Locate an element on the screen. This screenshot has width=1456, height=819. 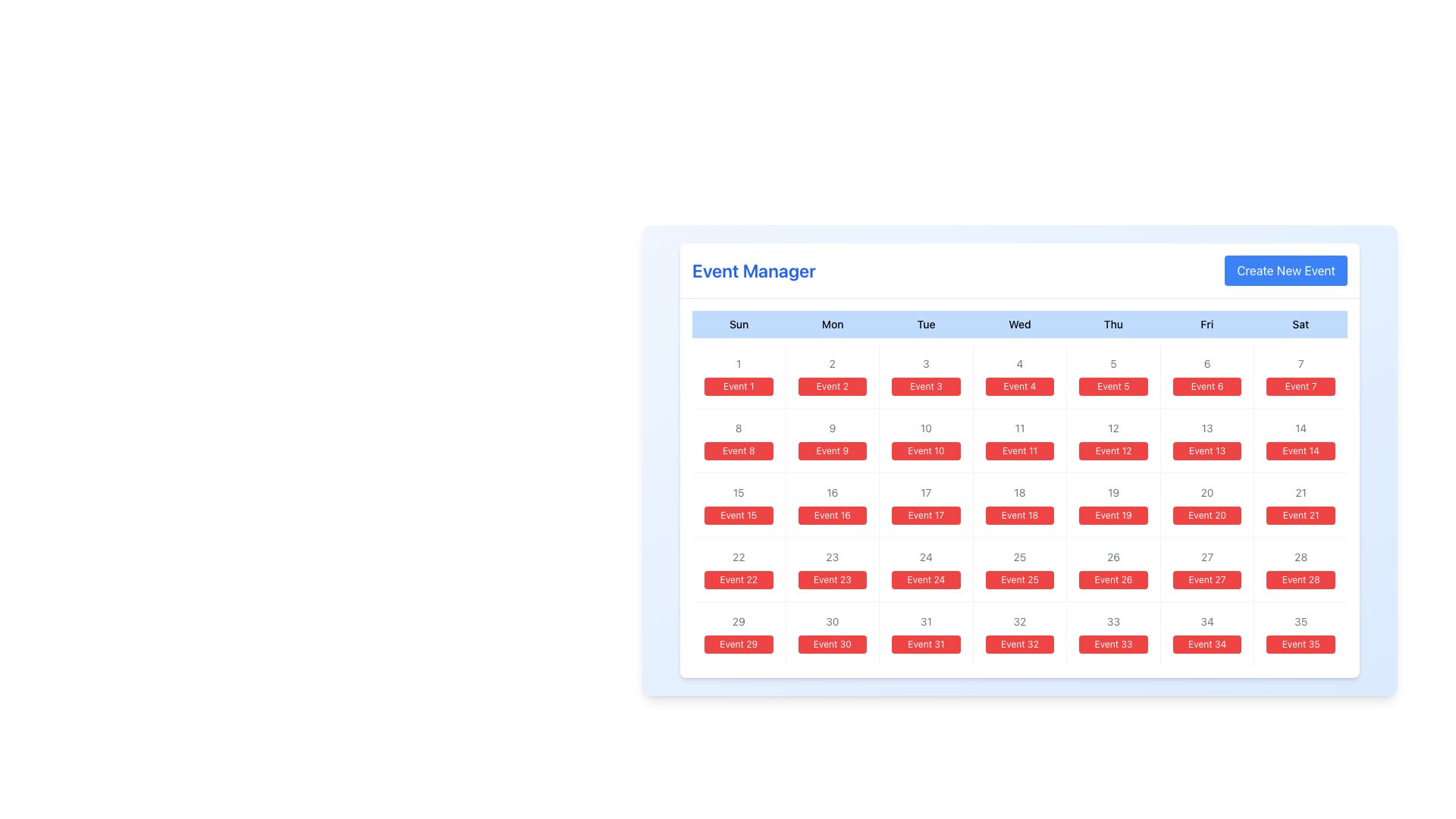
the calendar button corresponding to the 25th day of the month is located at coordinates (1019, 579).